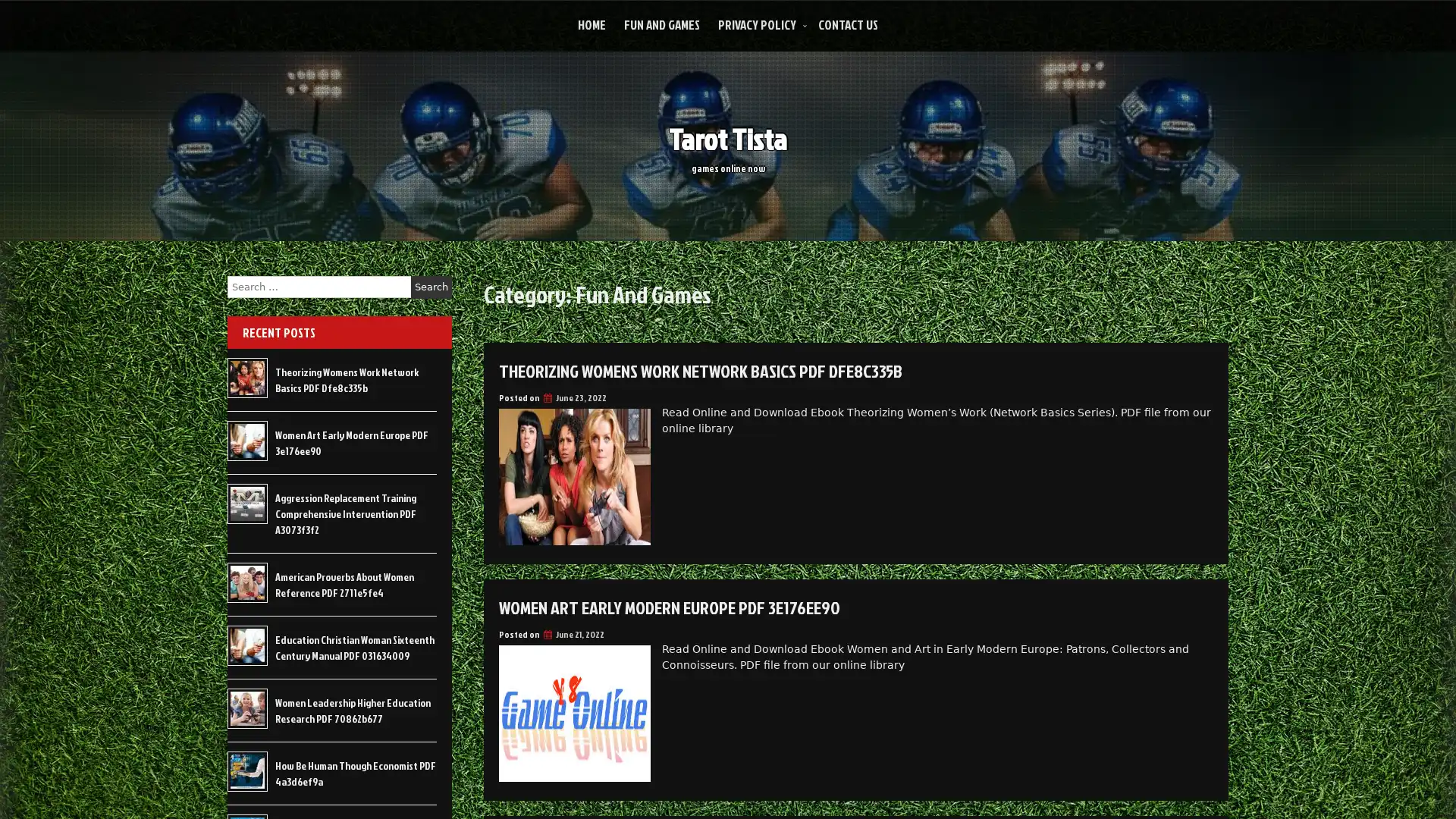  I want to click on Search, so click(431, 287).